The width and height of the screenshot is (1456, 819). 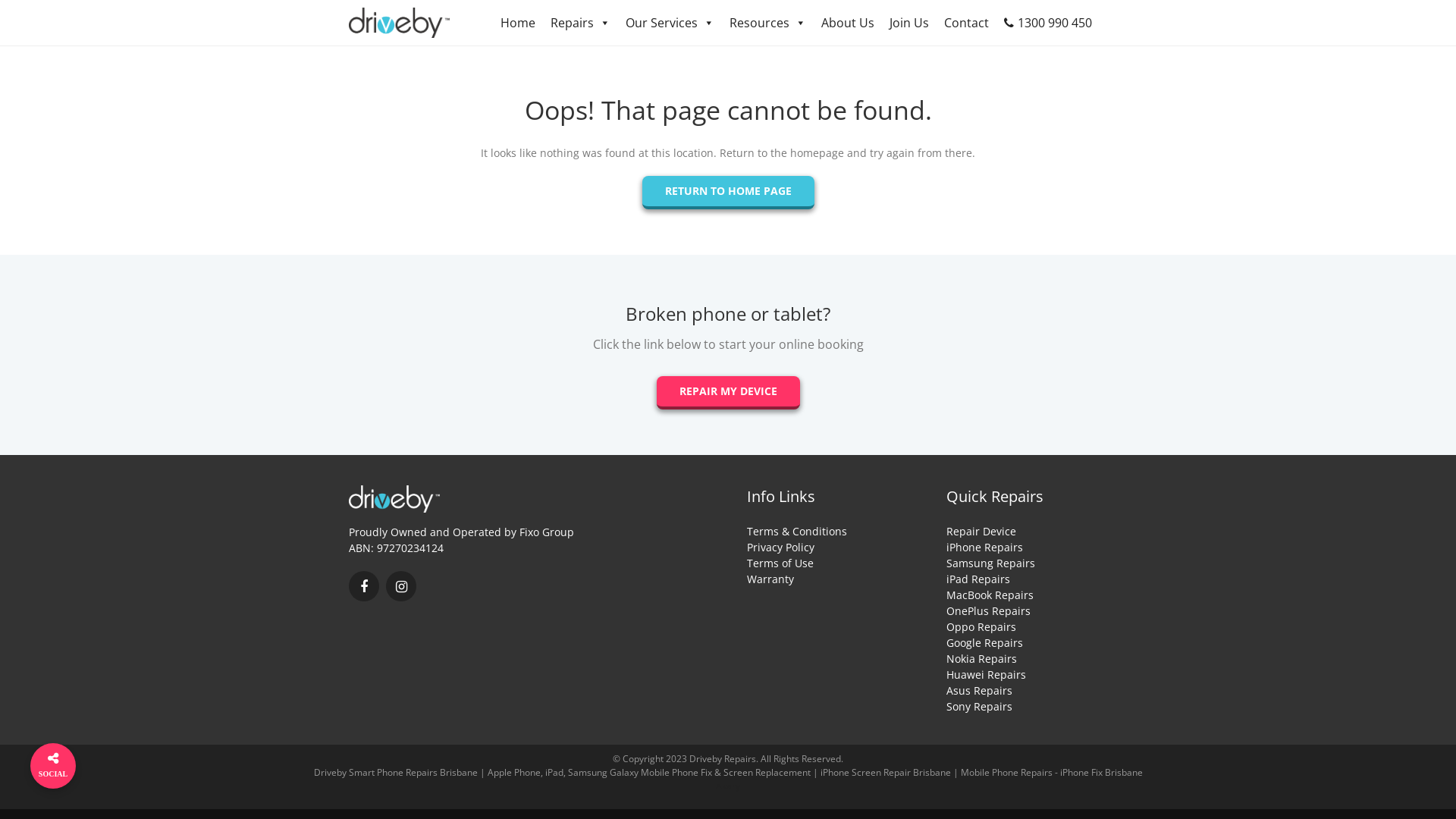 What do you see at coordinates (990, 594) in the screenshot?
I see `'MacBook Repairs'` at bounding box center [990, 594].